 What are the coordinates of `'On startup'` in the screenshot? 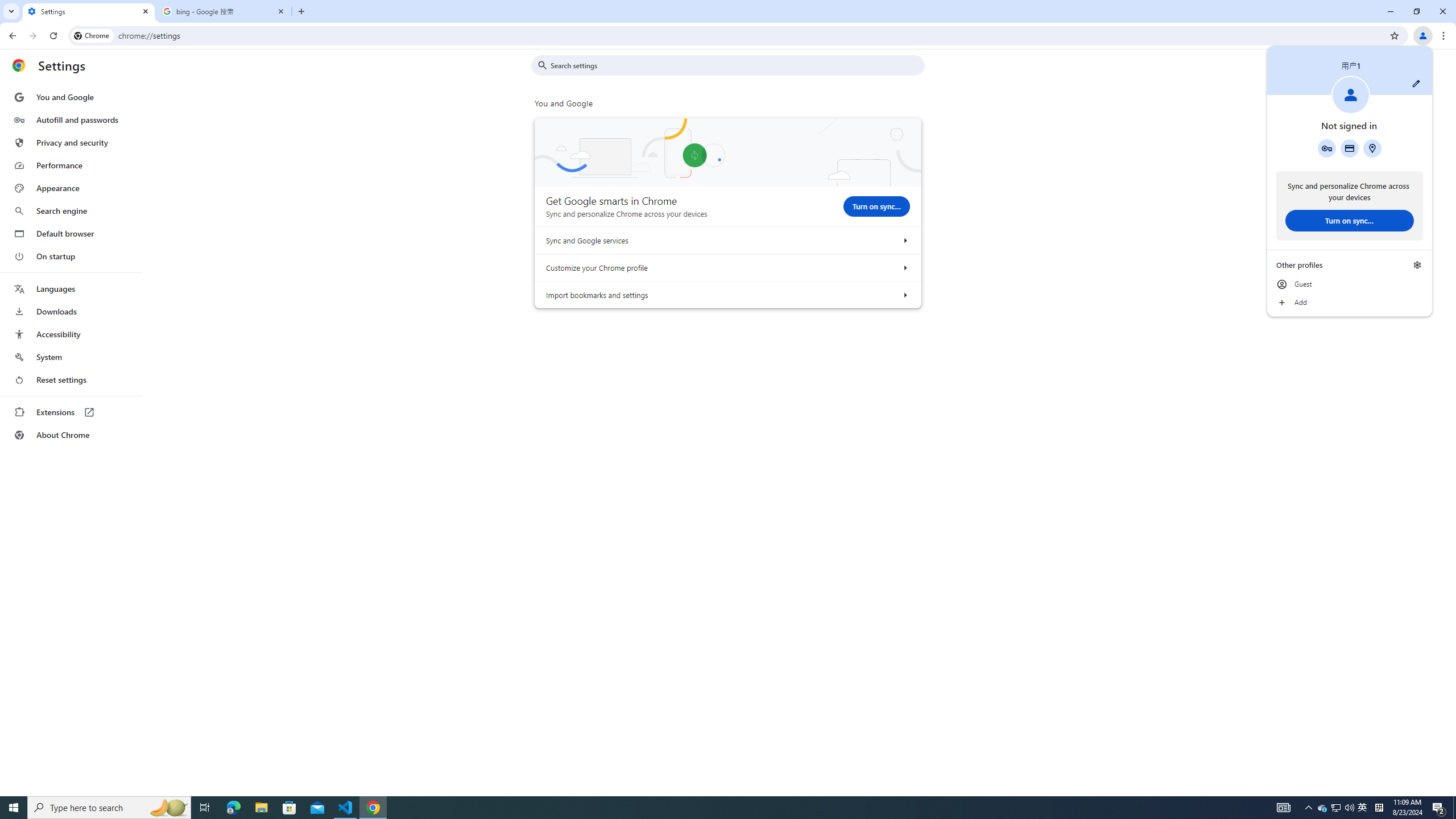 It's located at (70, 255).